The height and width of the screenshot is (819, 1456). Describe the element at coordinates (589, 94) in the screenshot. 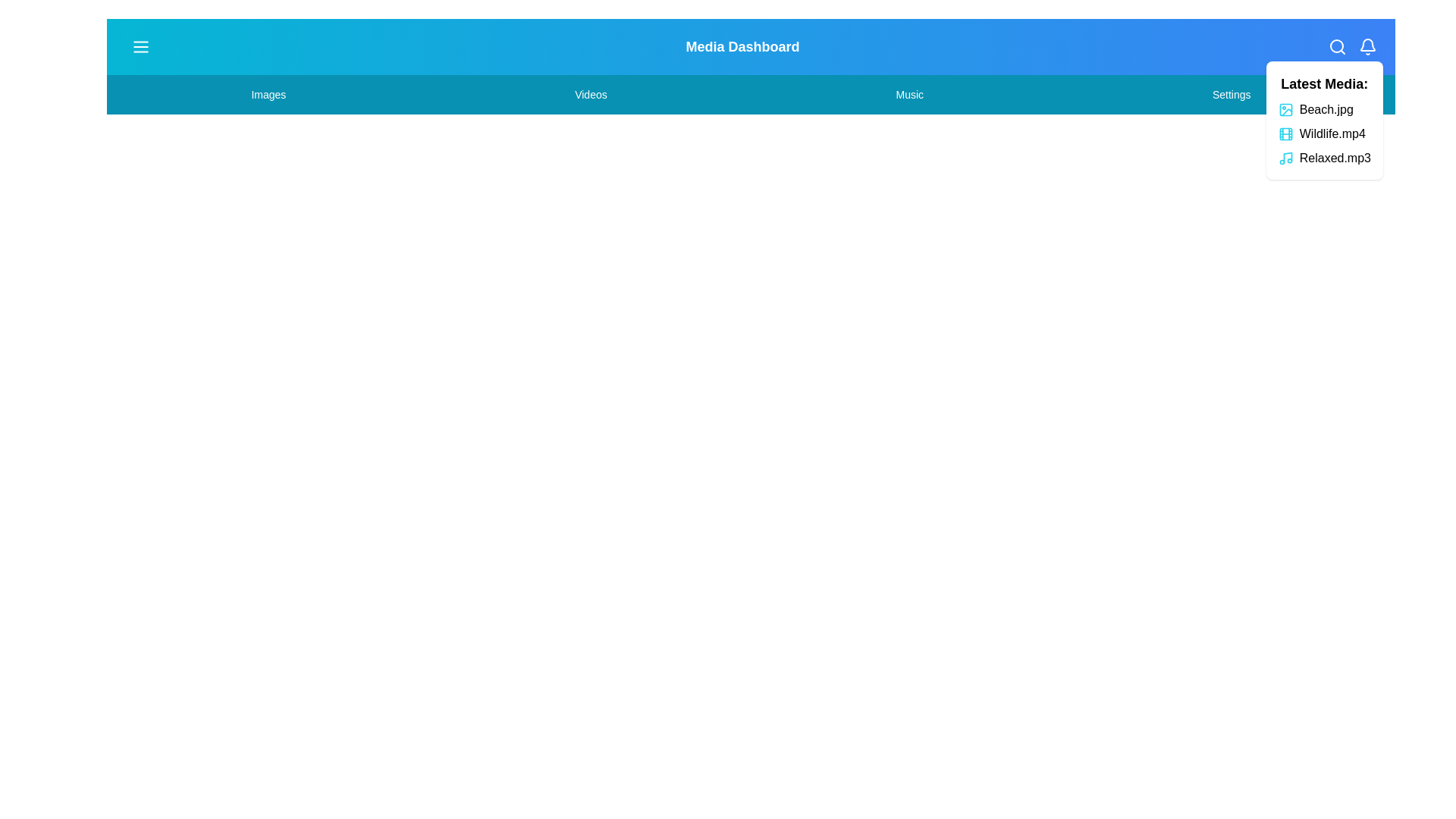

I see `the menu item Videos by clicking on it` at that location.